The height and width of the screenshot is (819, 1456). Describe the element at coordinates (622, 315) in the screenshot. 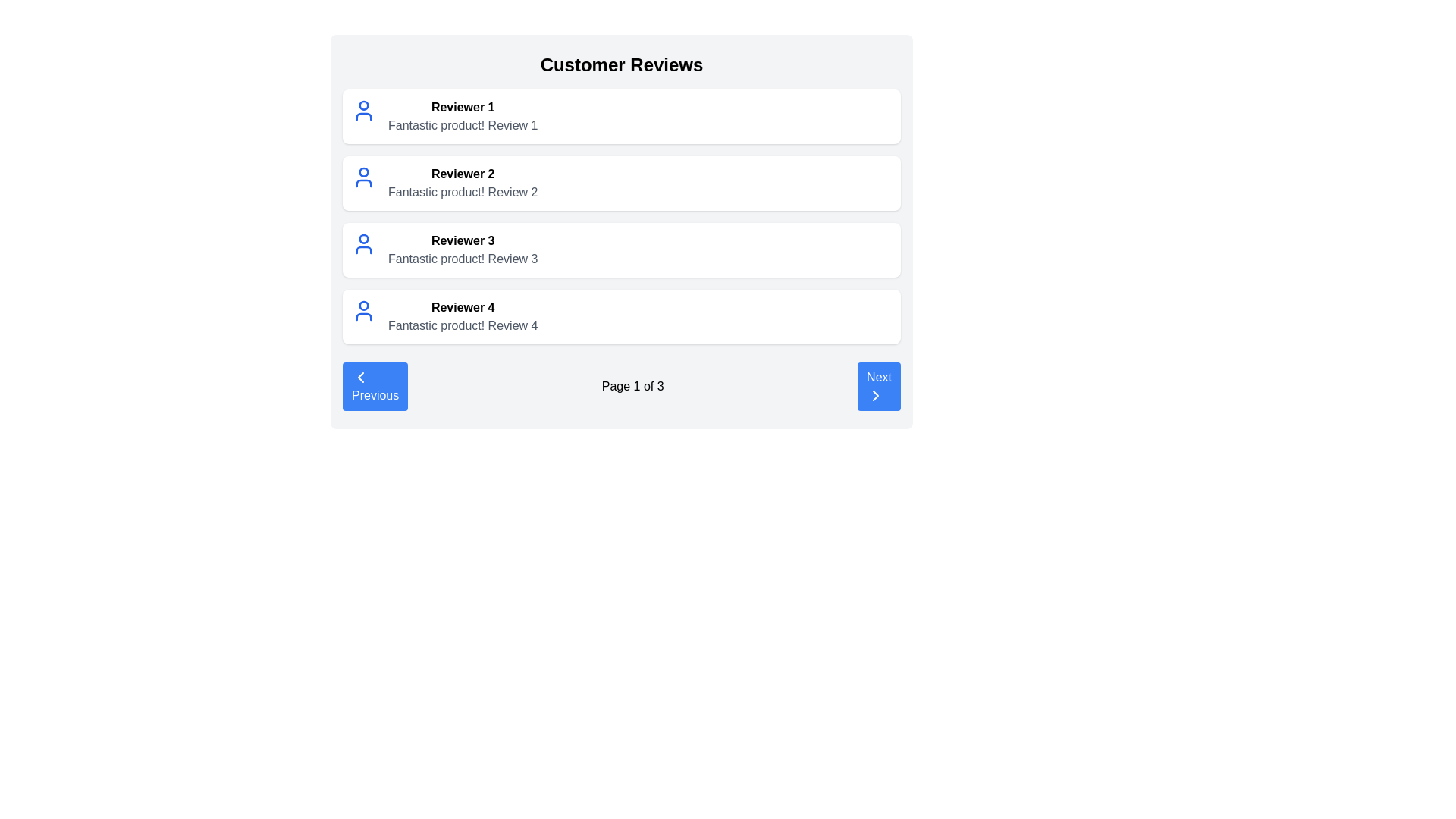

I see `the fourth review card` at that location.